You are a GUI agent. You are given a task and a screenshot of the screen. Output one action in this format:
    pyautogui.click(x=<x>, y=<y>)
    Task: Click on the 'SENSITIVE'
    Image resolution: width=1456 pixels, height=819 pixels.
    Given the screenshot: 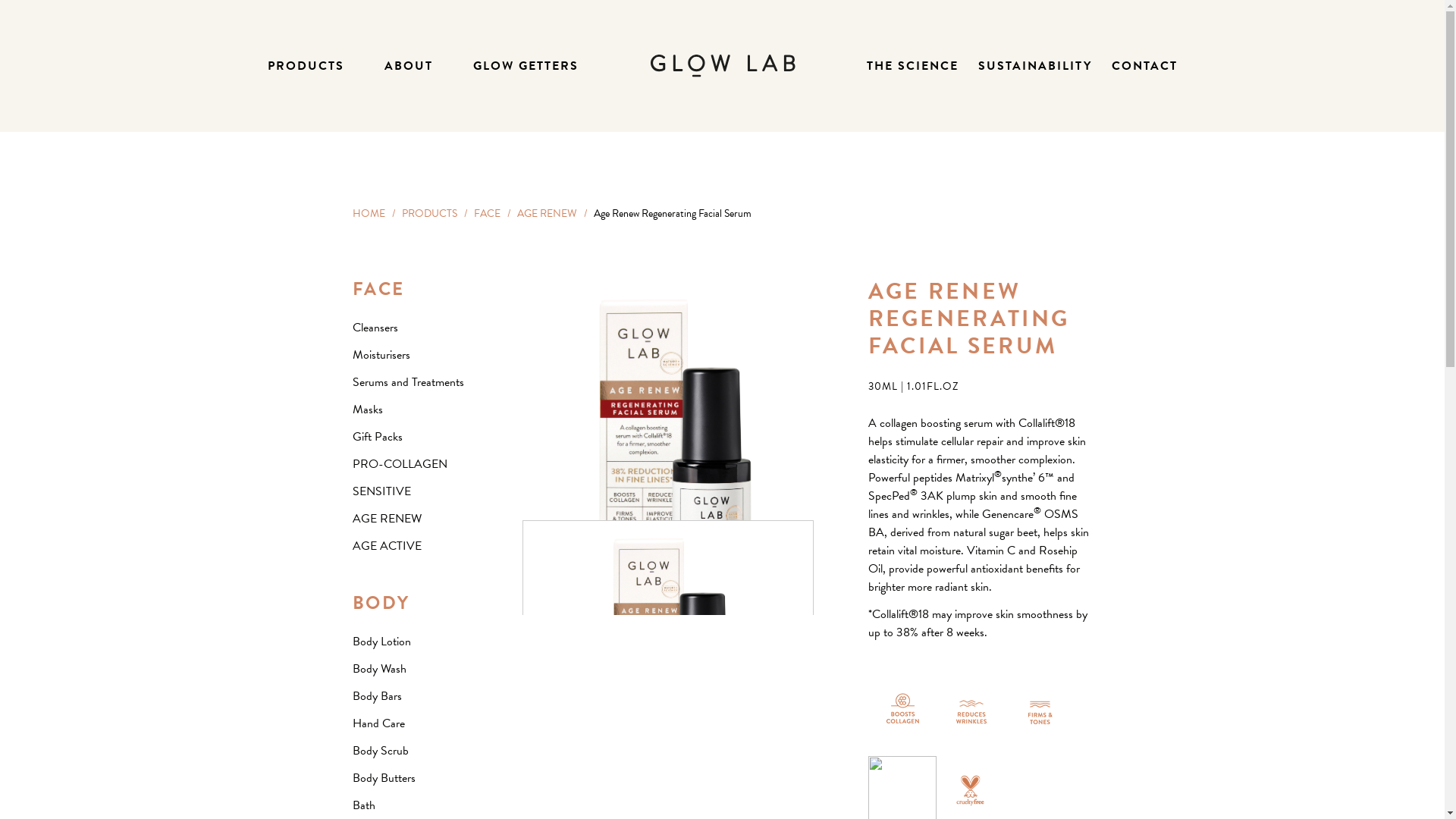 What is the action you would take?
    pyautogui.click(x=381, y=491)
    